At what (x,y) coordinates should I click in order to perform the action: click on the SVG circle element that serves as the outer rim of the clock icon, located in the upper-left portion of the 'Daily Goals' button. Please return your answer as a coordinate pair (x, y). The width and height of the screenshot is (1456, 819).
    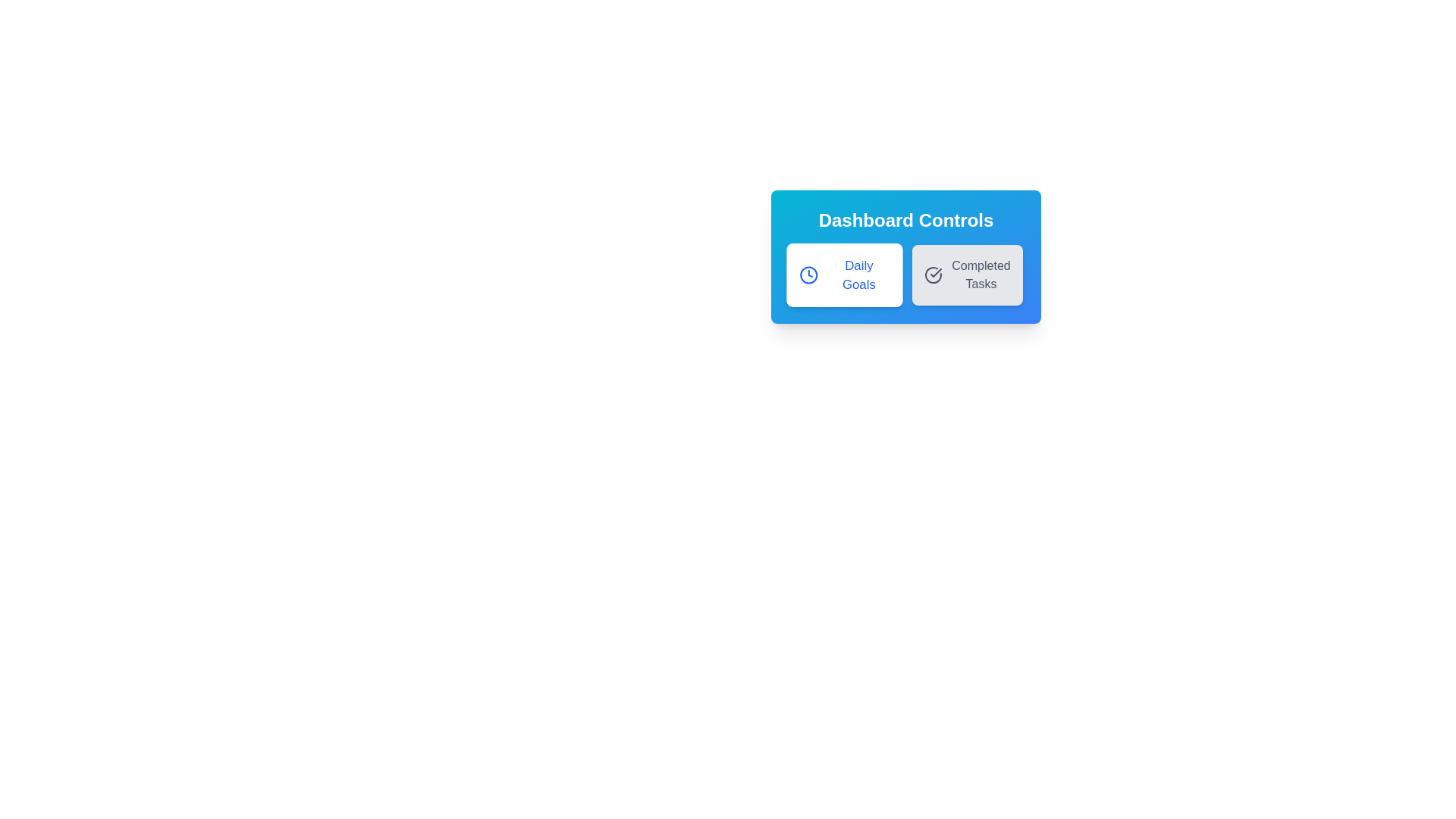
    Looking at the image, I should click on (808, 275).